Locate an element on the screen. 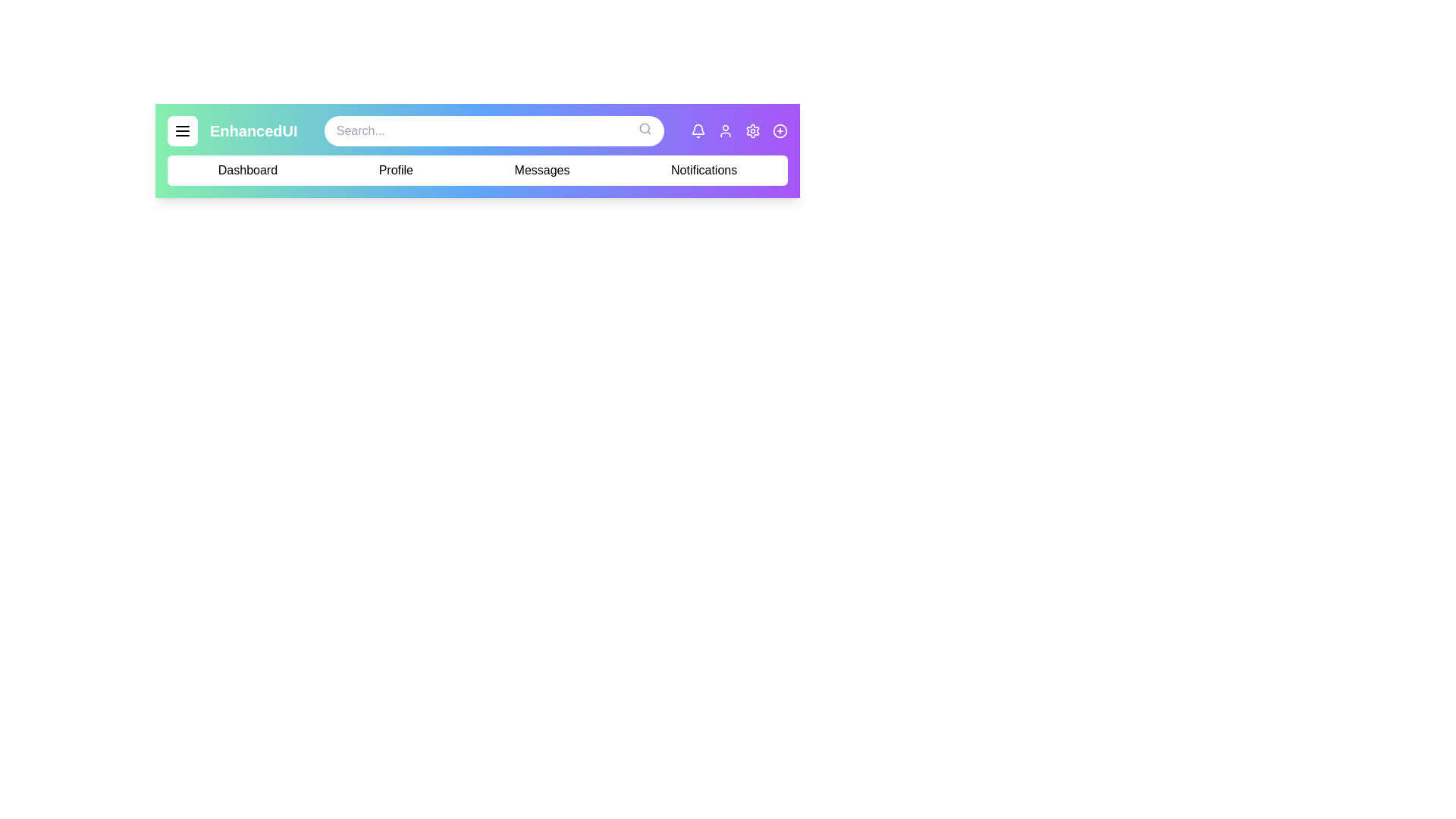 The width and height of the screenshot is (1456, 819). the search bar and type the desired term is located at coordinates (494, 130).